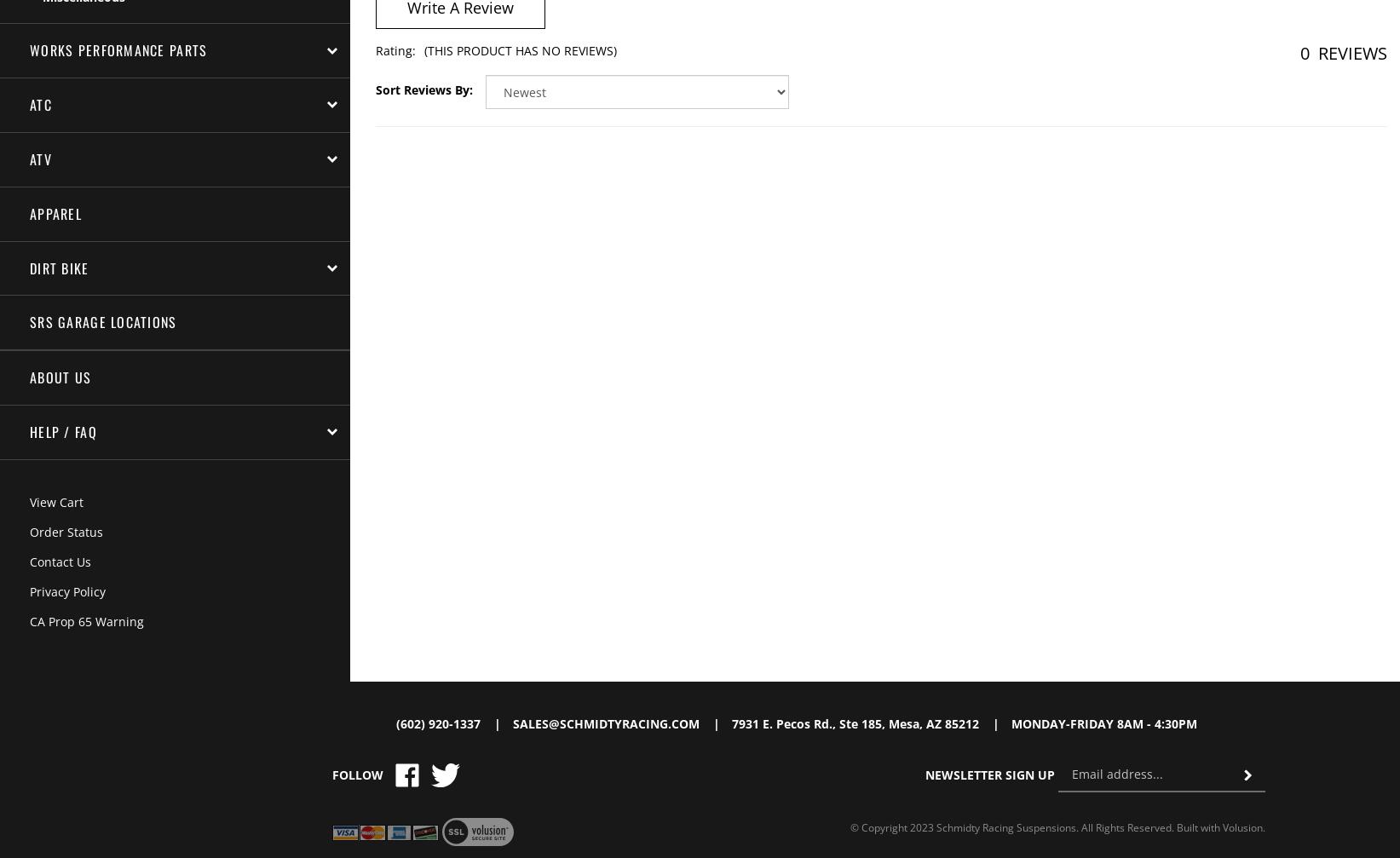  Describe the element at coordinates (605, 722) in the screenshot. I see `'SALES@SCHMIDTYRACING.COM'` at that location.